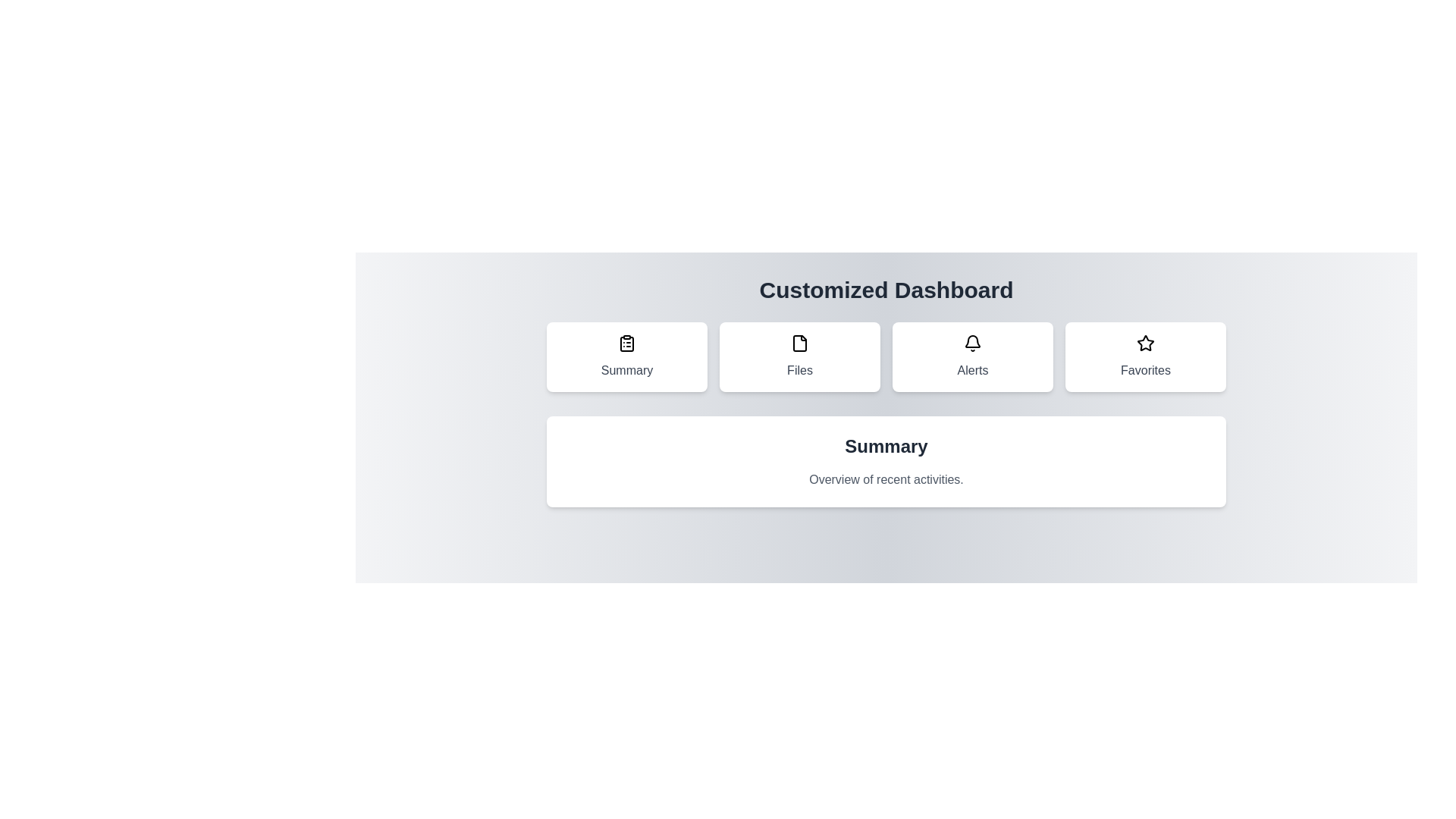  What do you see at coordinates (886, 356) in the screenshot?
I see `the grid layout sections, which include 'Summary,' 'Files,' 'Alerts,' and 'Favorites,' to observe the hover effects` at bounding box center [886, 356].